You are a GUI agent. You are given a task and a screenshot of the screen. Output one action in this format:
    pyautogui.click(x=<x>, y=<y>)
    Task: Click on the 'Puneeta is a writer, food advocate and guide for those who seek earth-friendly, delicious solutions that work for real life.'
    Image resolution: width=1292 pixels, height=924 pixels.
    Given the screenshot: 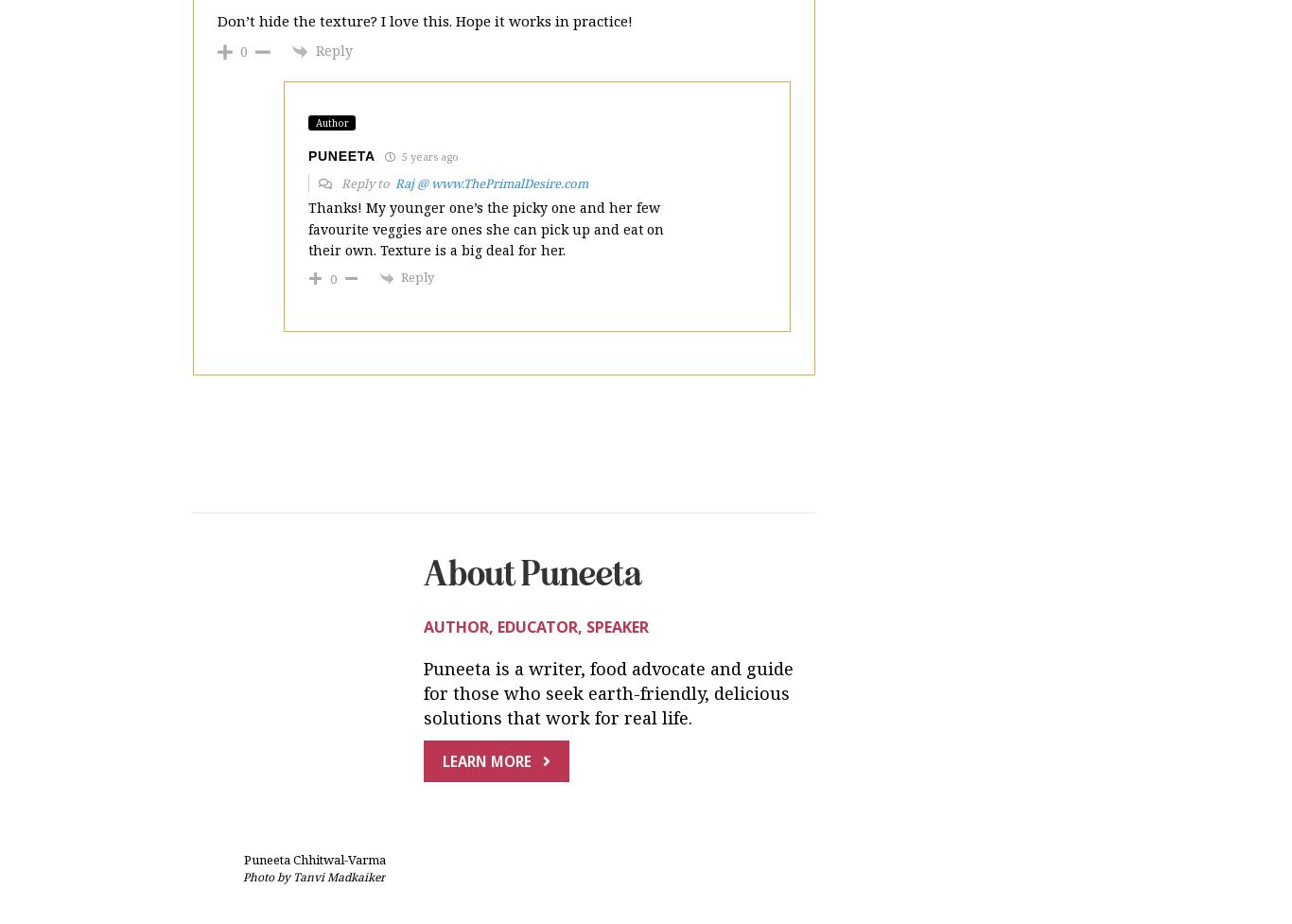 What is the action you would take?
    pyautogui.click(x=607, y=536)
    